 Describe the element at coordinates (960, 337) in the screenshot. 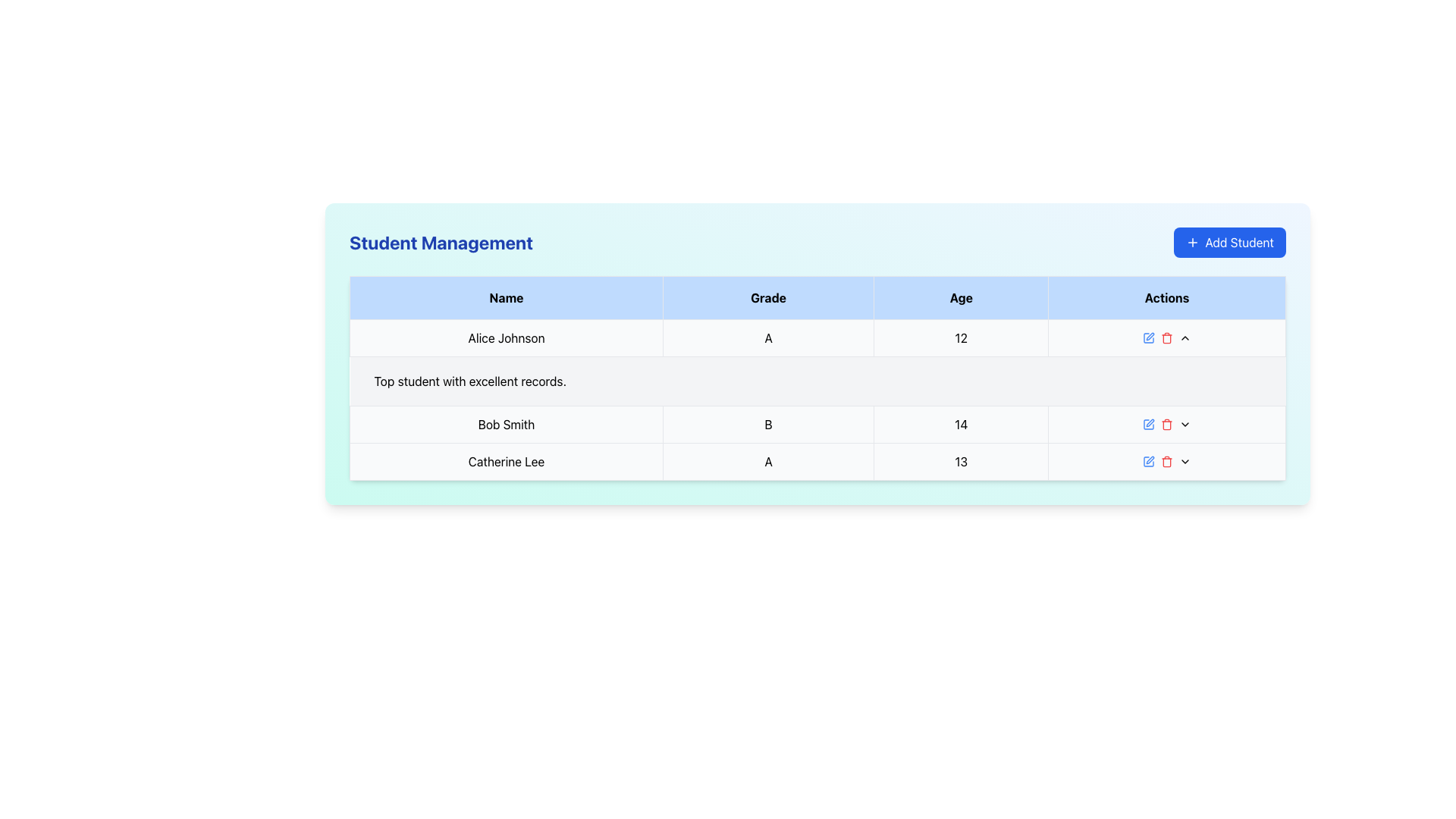

I see `the numeric cell displaying '12' in the 'Age' column for the student 'Alice Johnson'` at that location.